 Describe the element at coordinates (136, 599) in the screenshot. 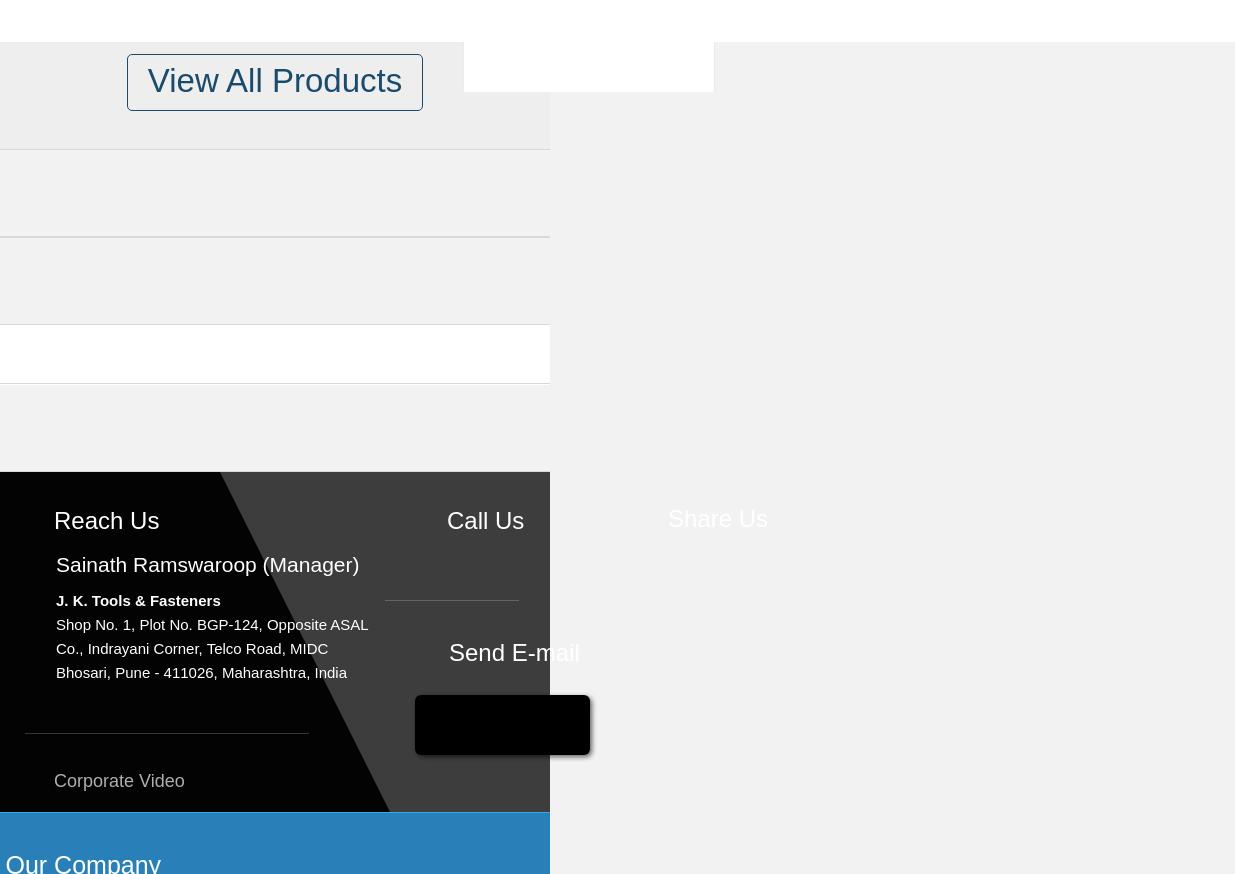

I see `'J. K. Tools & Fasteners'` at that location.